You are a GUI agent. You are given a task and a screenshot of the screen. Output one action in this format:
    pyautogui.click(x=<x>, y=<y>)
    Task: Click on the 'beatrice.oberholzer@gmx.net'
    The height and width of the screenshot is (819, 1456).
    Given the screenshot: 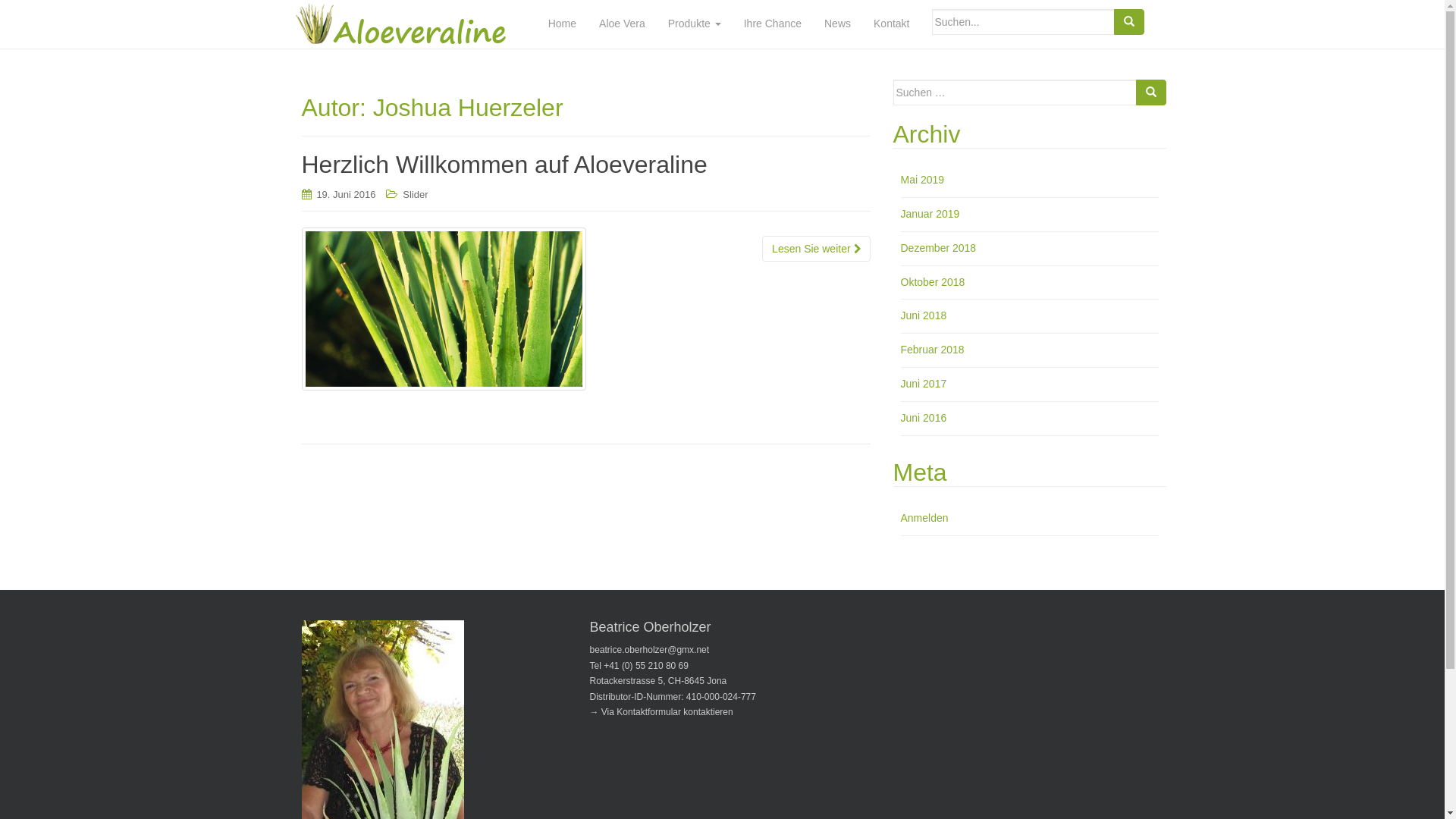 What is the action you would take?
    pyautogui.click(x=650, y=648)
    